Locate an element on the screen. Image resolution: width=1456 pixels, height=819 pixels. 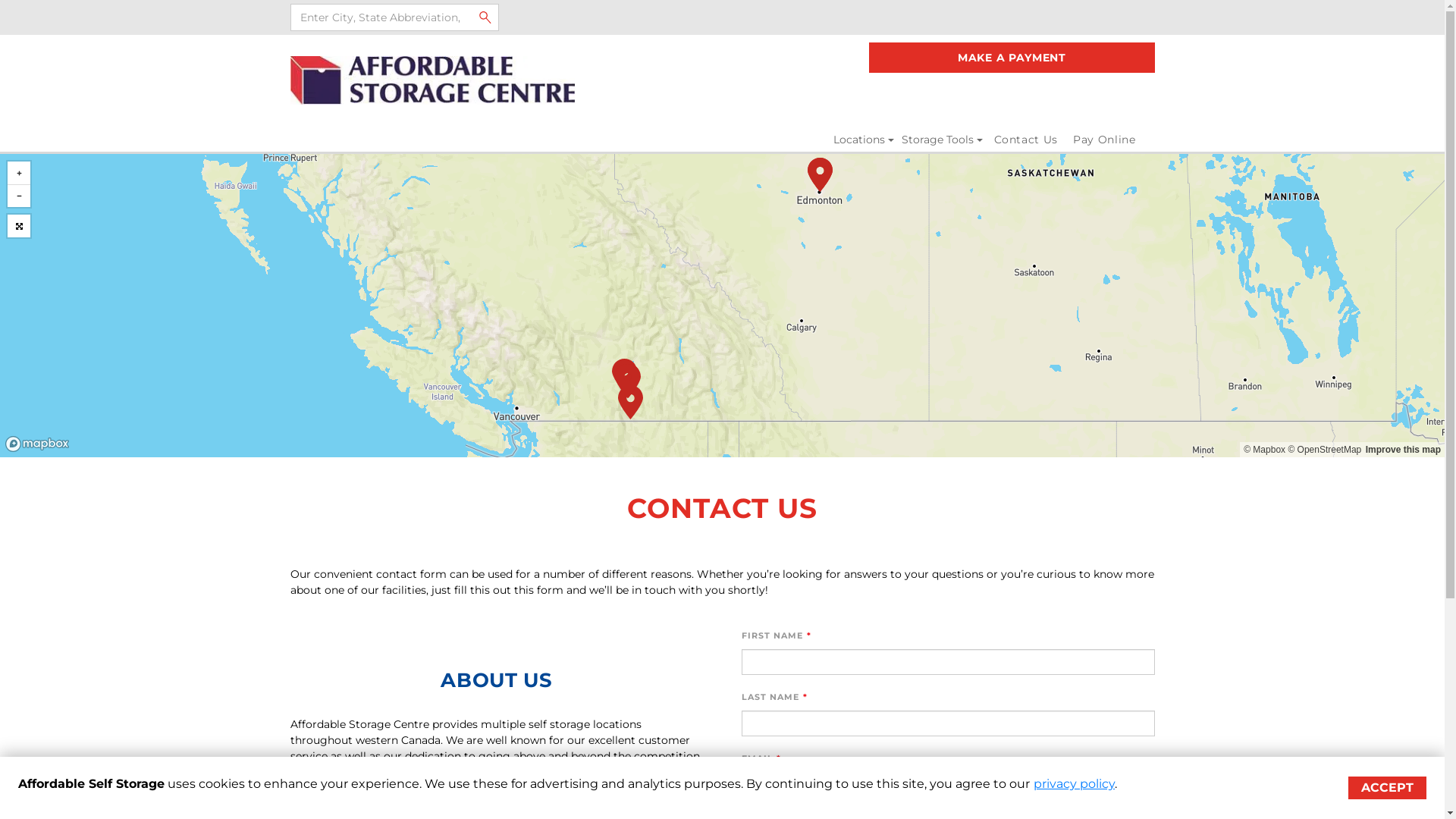
'Toggle fullscreen' is located at coordinates (7, 225).